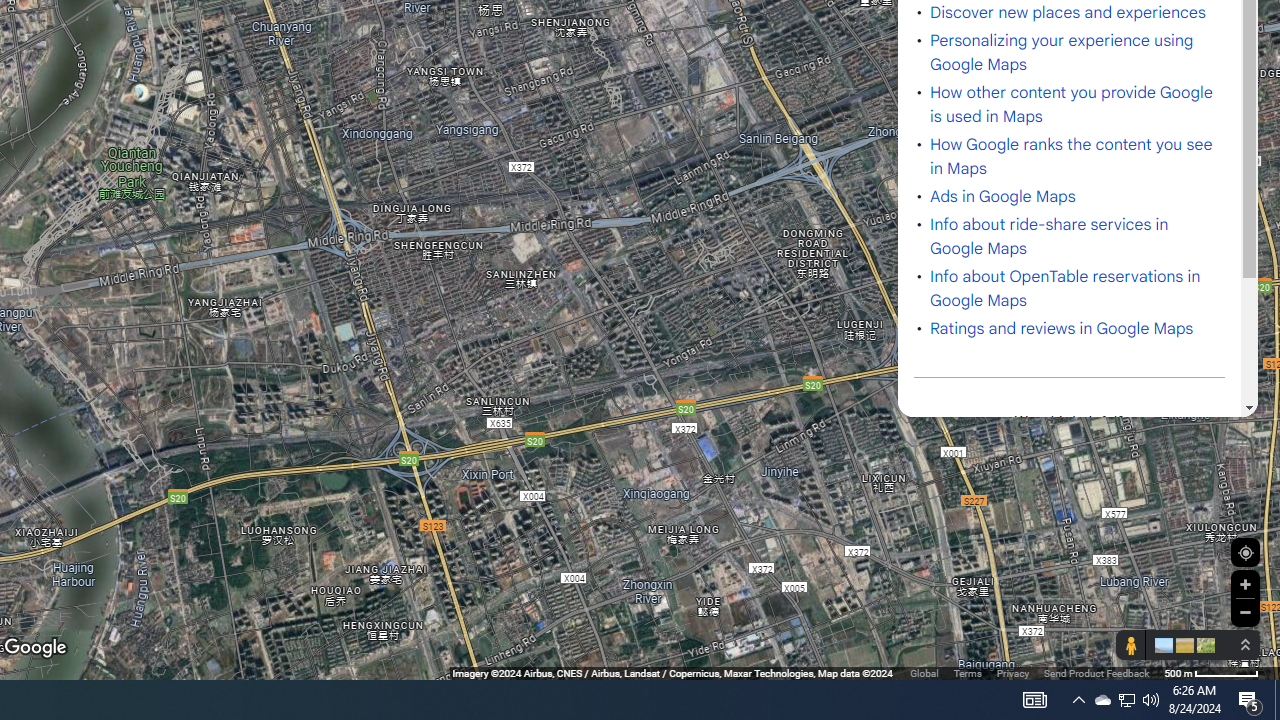  What do you see at coordinates (1048, 236) in the screenshot?
I see `'Info about ride-share services in Google Maps'` at bounding box center [1048, 236].